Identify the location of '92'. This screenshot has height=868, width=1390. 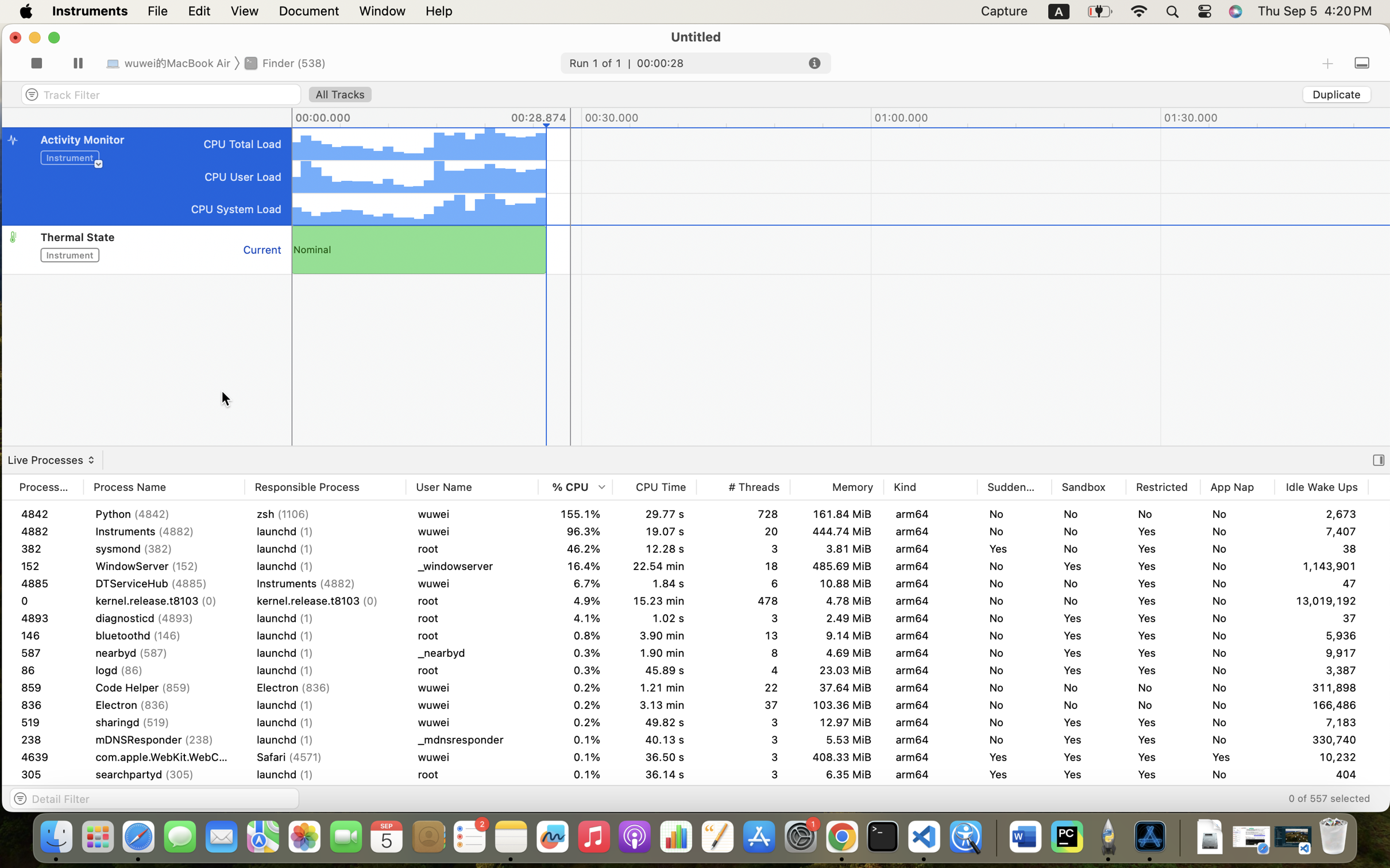
(46, 600).